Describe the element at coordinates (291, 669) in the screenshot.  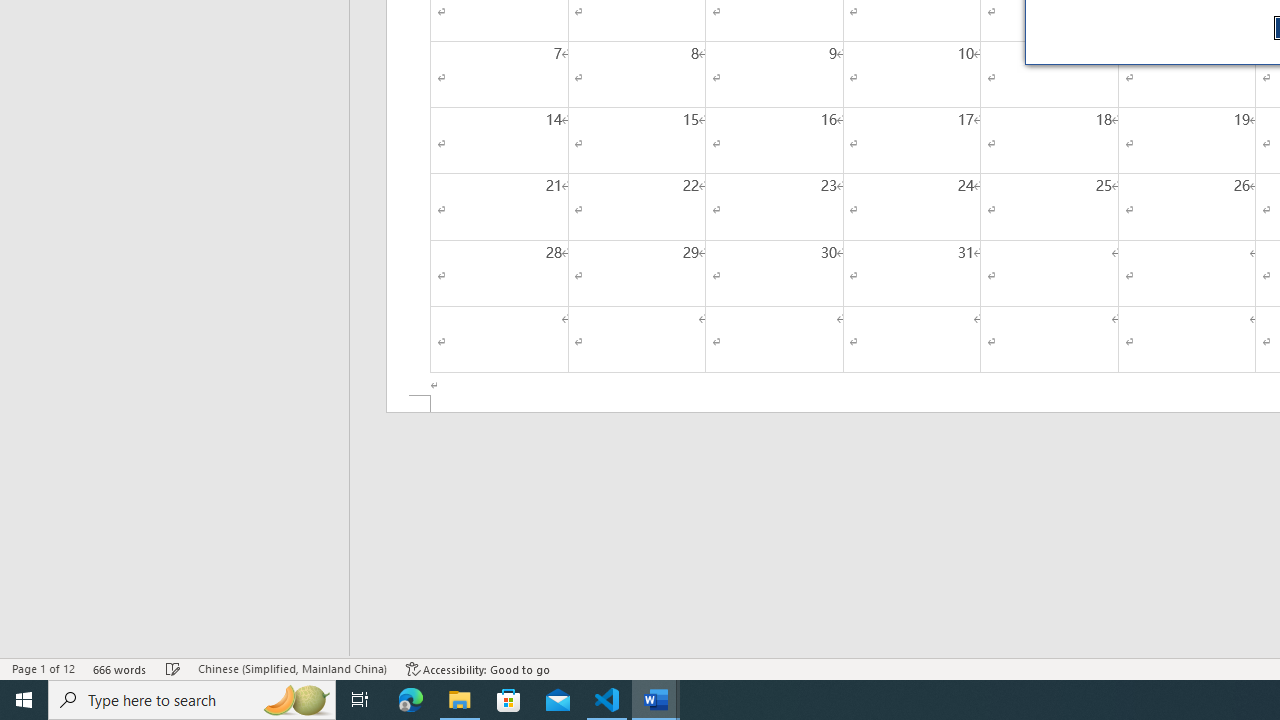
I see `'Language Chinese (Simplified, Mainland China)'` at that location.